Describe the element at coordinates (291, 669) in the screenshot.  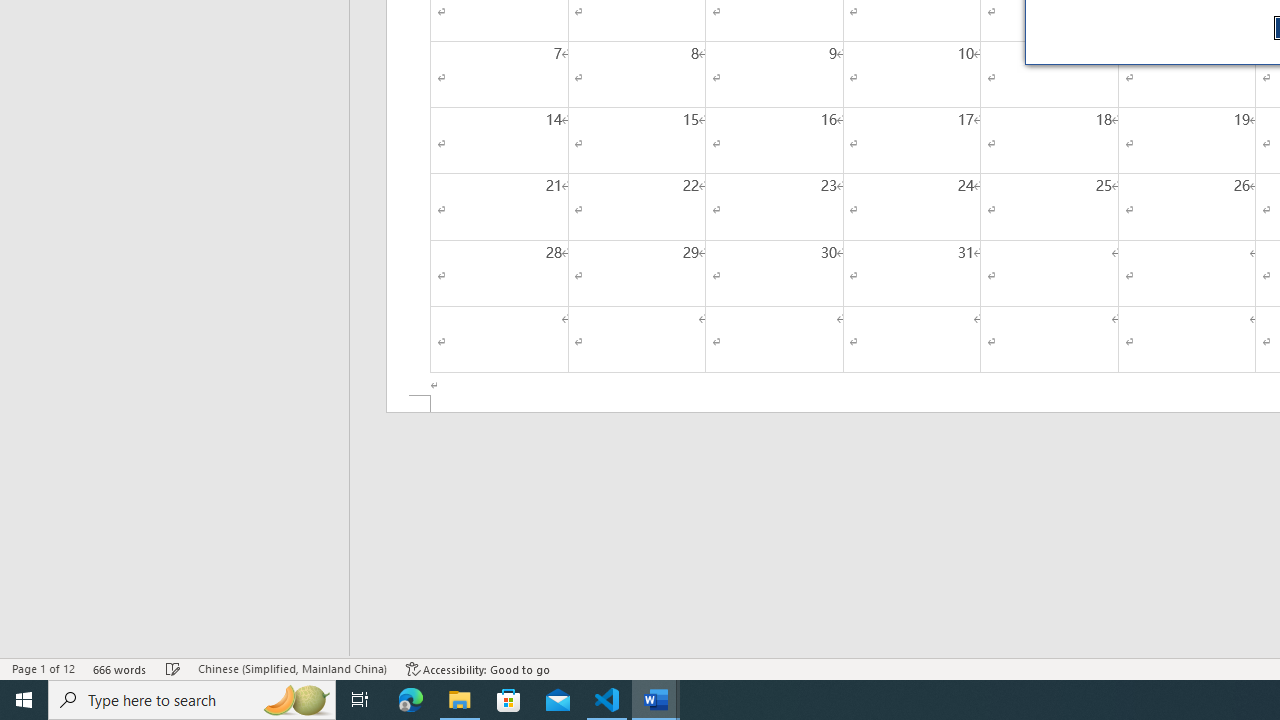
I see `'Language Chinese (Simplified, Mainland China)'` at that location.